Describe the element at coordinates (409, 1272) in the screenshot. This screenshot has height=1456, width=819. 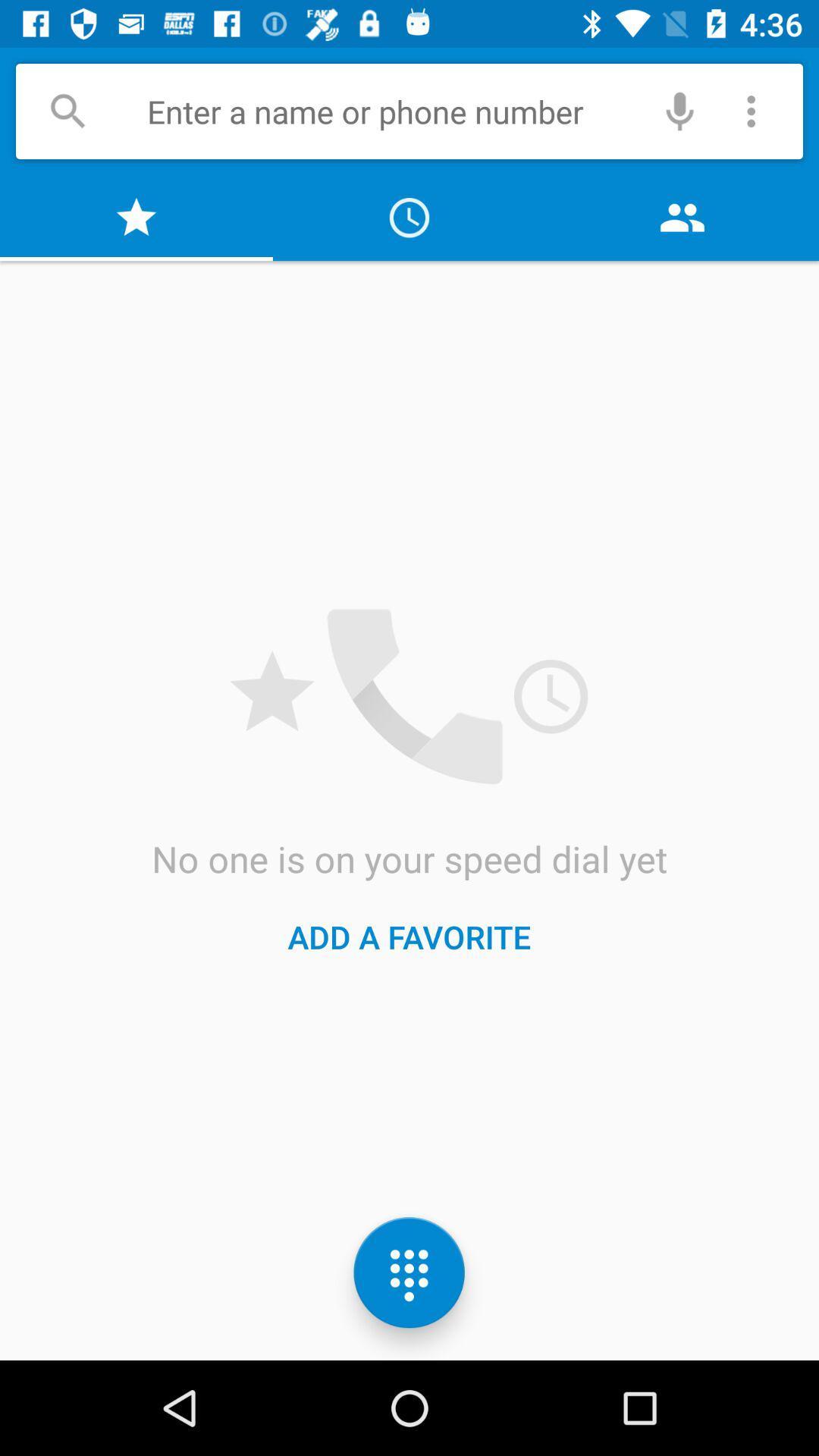
I see `the dialpad icon` at that location.